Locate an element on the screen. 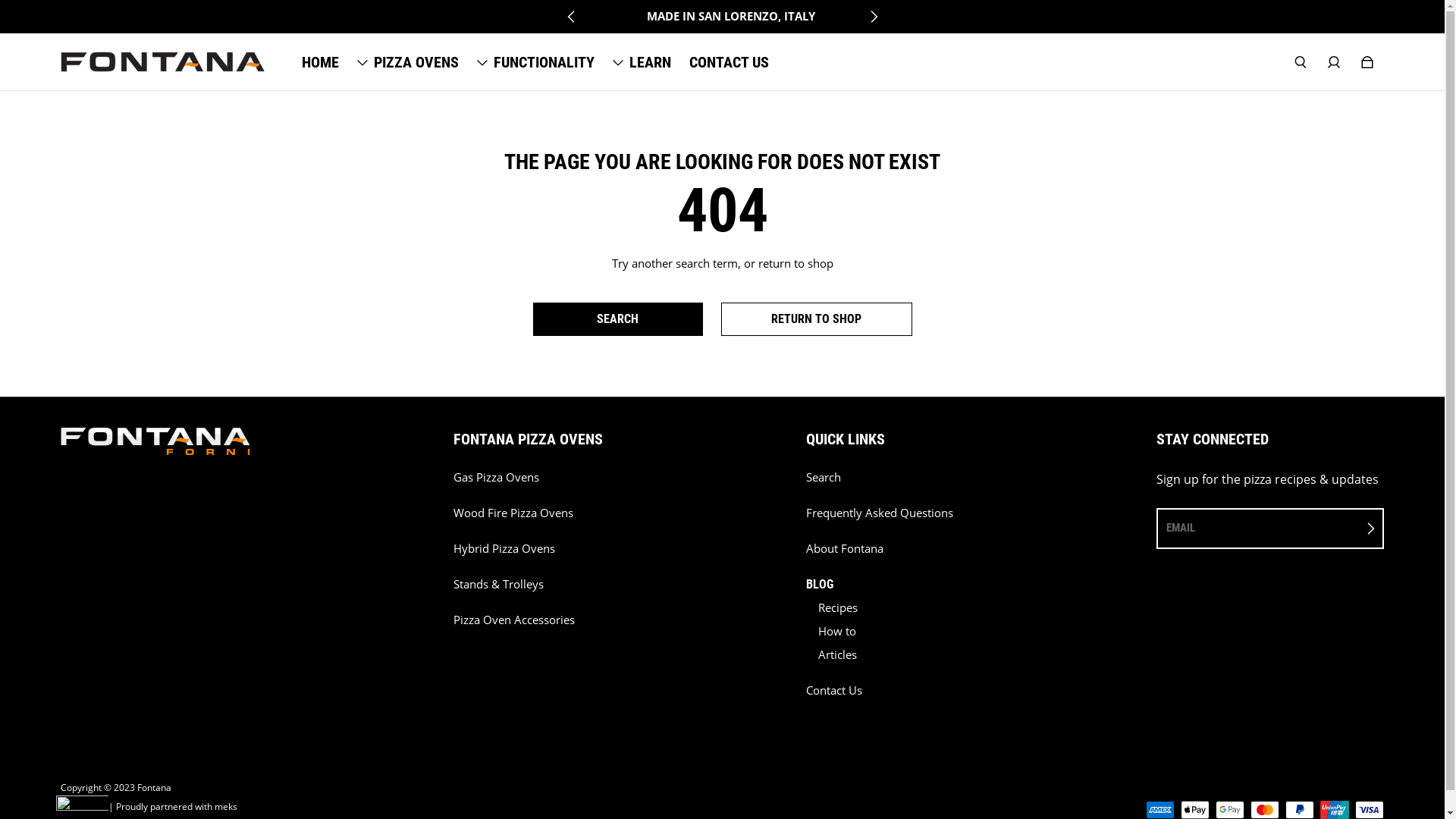 Image resolution: width=1456 pixels, height=819 pixels. 'RETURN TO SHOP' is located at coordinates (815, 318).